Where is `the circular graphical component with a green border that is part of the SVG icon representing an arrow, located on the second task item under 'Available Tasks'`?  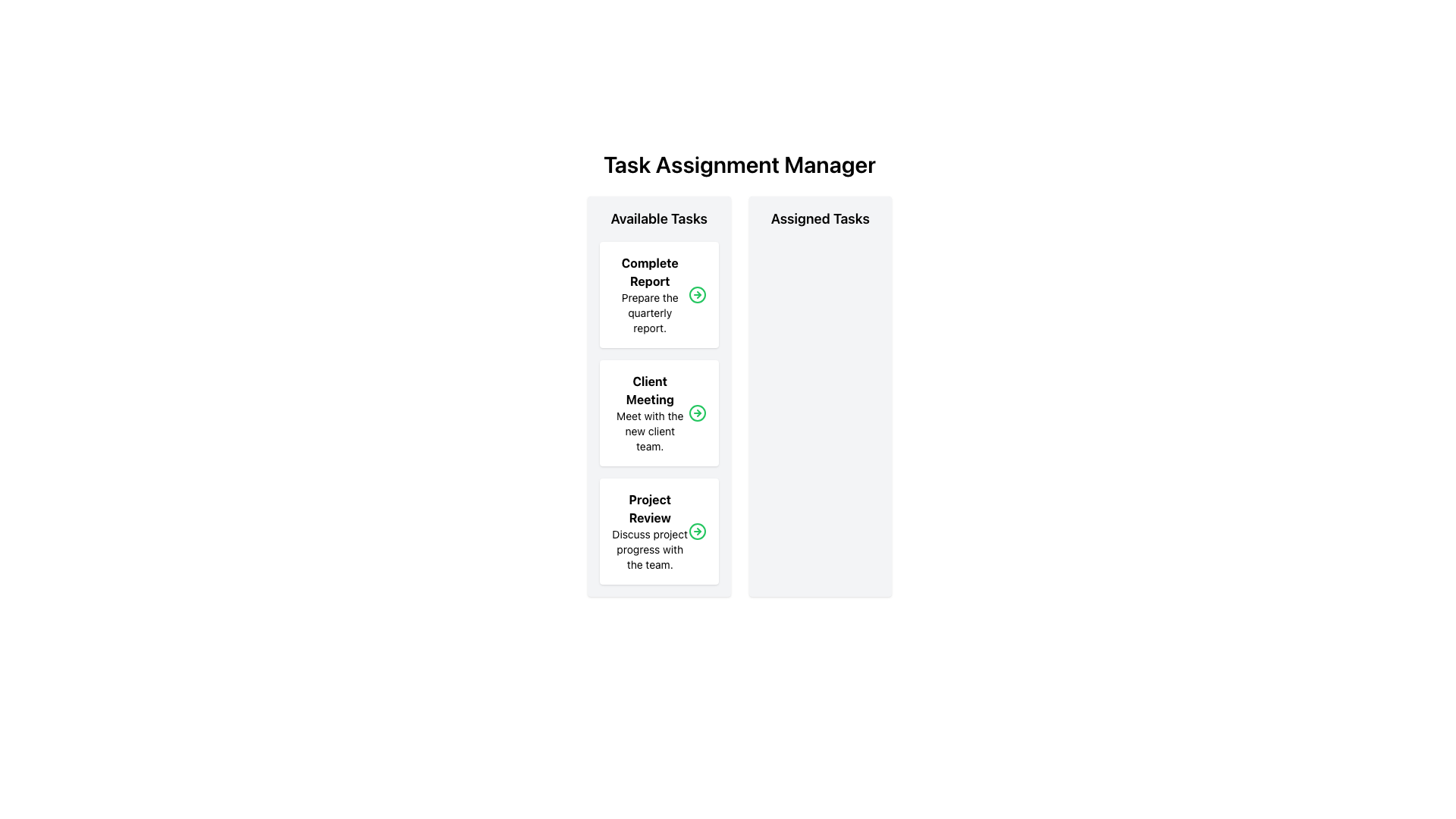
the circular graphical component with a green border that is part of the SVG icon representing an arrow, located on the second task item under 'Available Tasks' is located at coordinates (696, 295).